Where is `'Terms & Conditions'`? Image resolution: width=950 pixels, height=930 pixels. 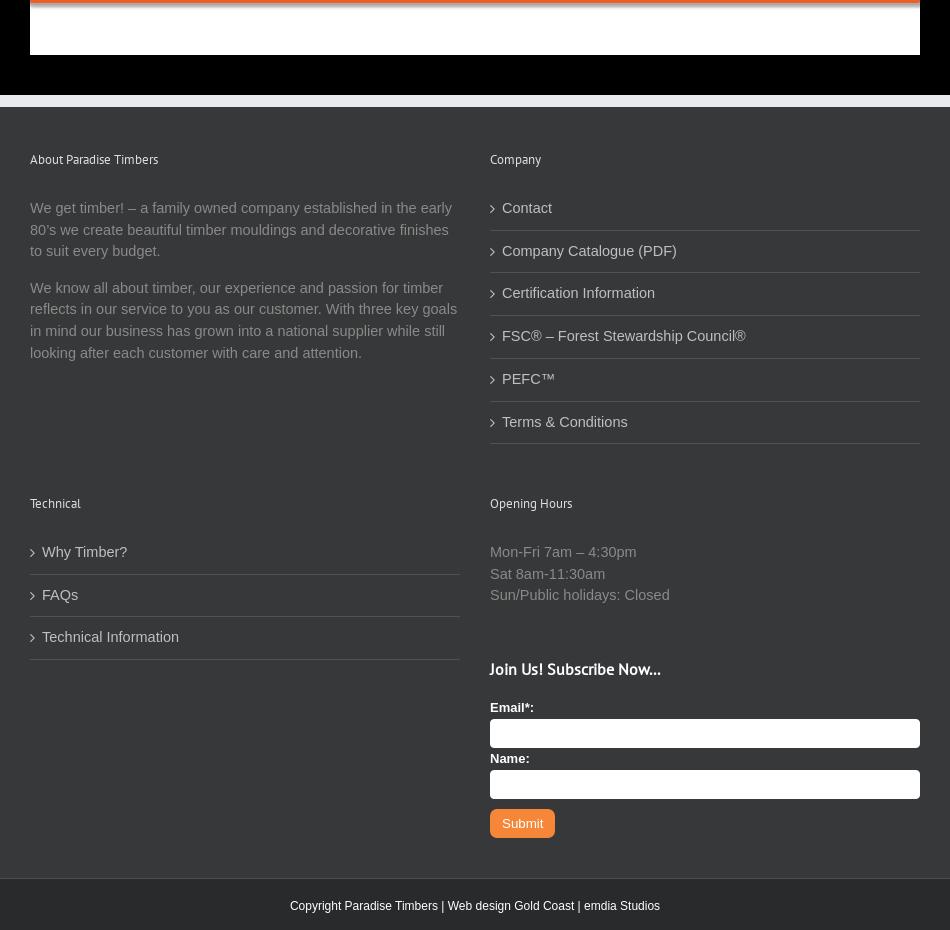
'Terms & Conditions' is located at coordinates (564, 421).